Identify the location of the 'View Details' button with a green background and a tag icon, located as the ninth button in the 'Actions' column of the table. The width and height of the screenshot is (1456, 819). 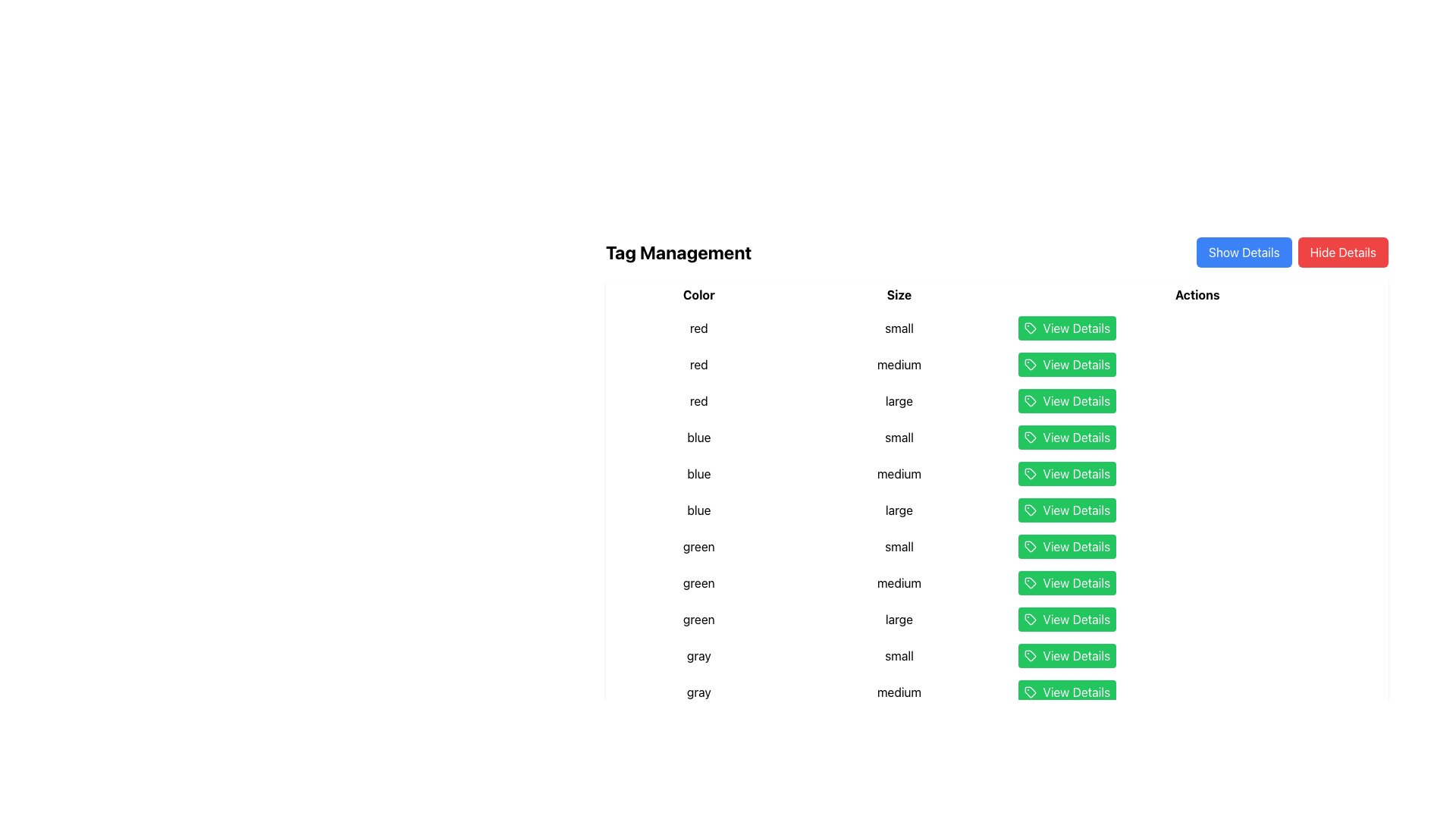
(1066, 654).